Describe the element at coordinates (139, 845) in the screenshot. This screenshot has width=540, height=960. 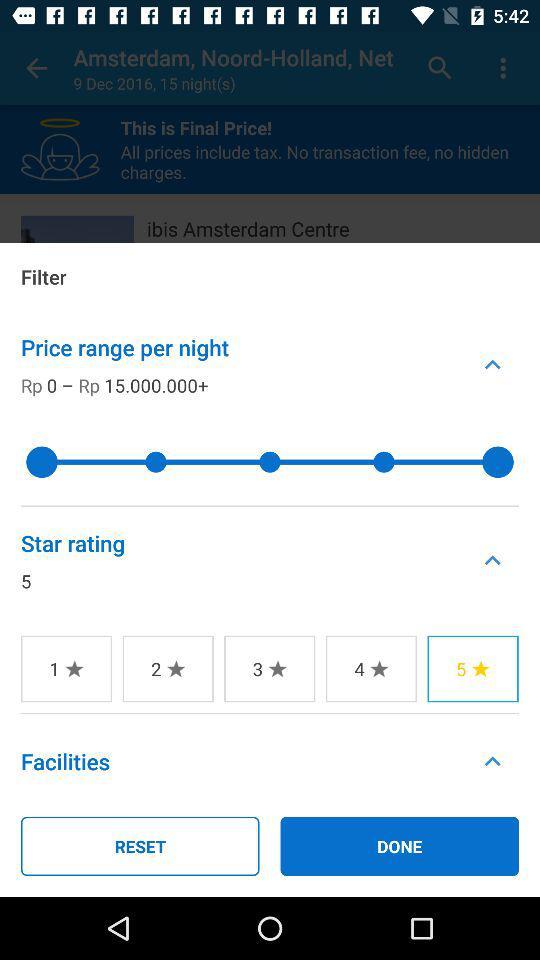
I see `icon to the left of done icon` at that location.